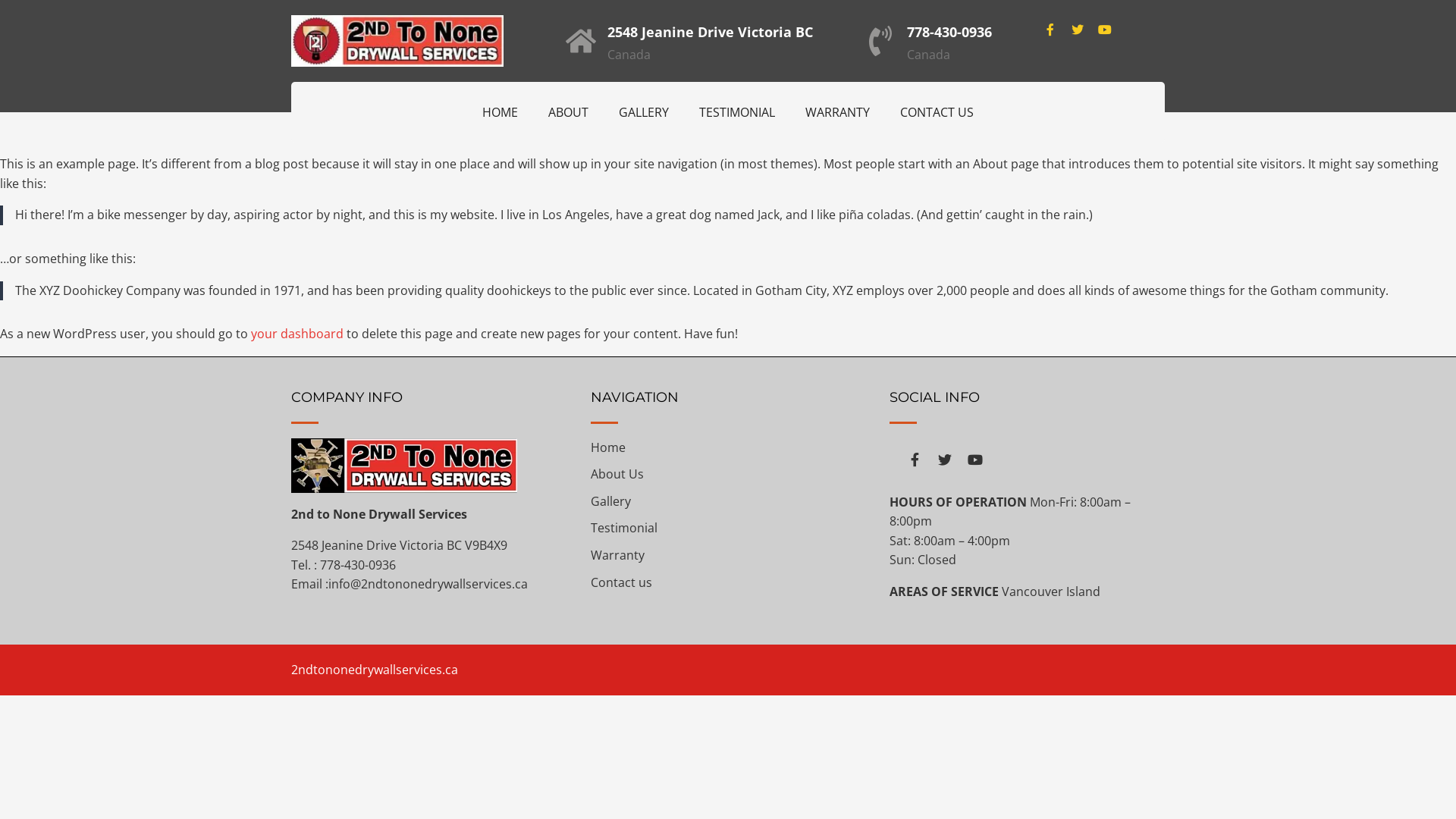  Describe the element at coordinates (621, 581) in the screenshot. I see `'Contact us'` at that location.